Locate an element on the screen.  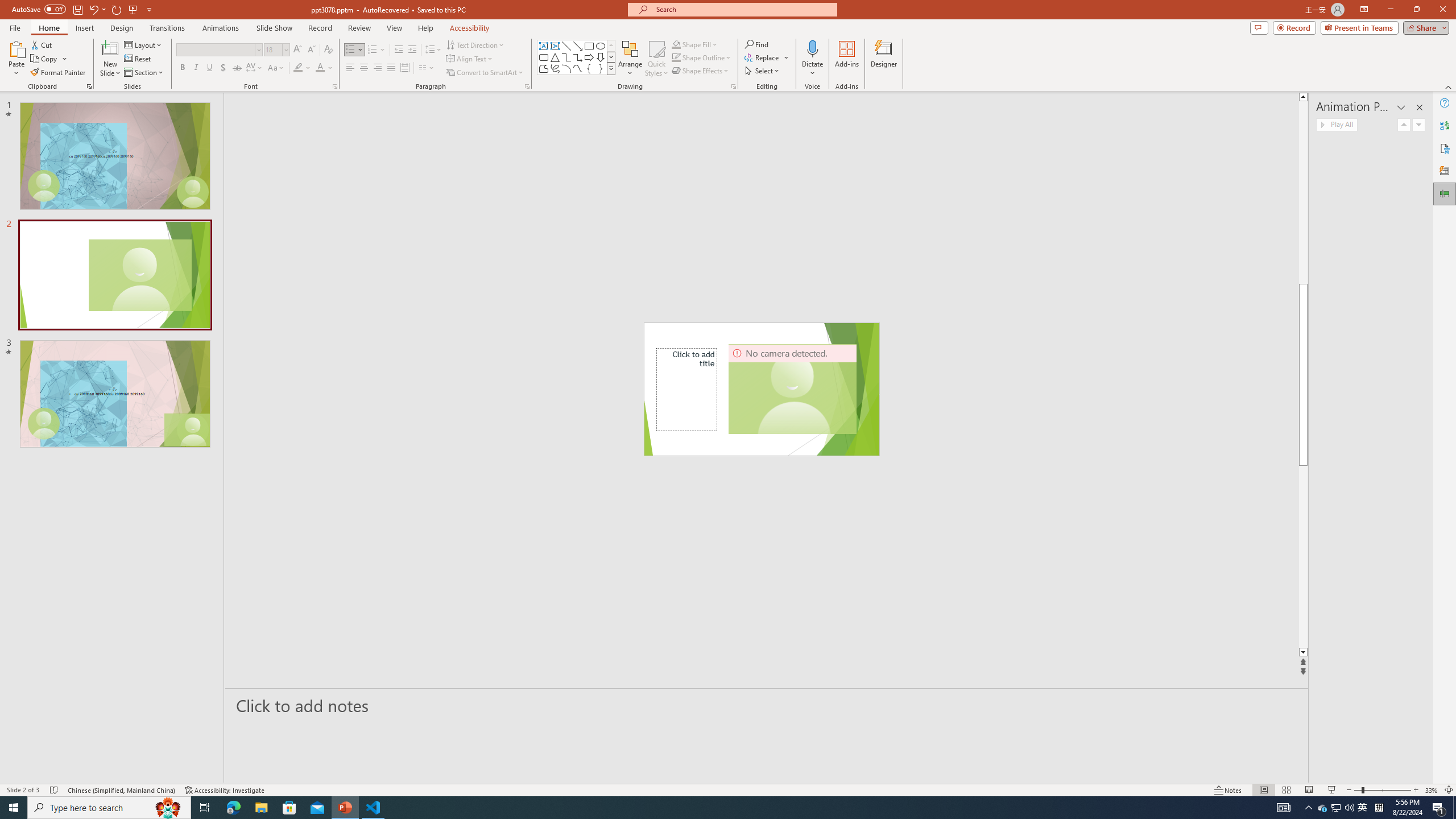
'Align Left' is located at coordinates (350, 67).